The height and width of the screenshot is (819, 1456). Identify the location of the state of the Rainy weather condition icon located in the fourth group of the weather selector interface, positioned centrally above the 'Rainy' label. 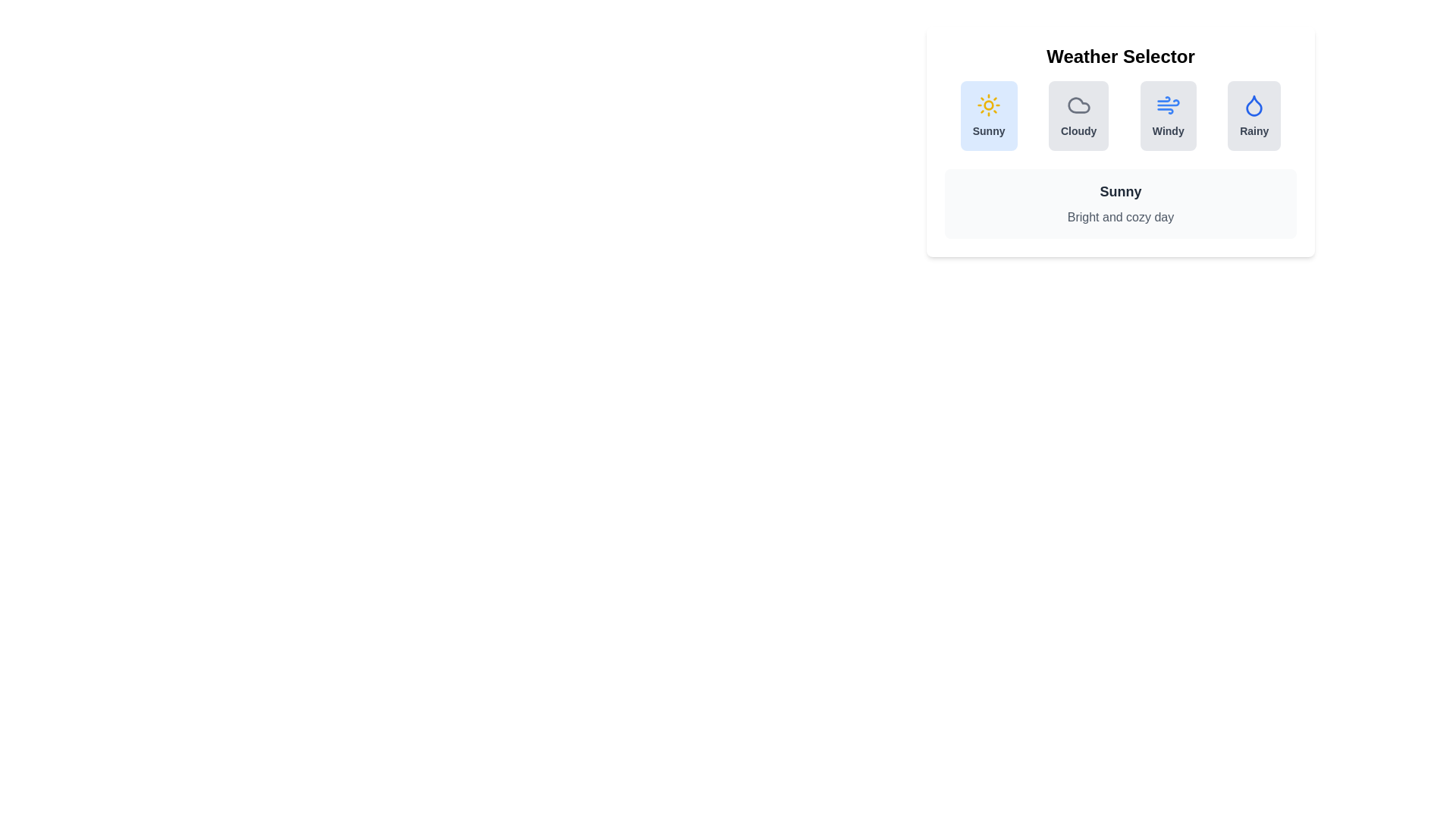
(1254, 104).